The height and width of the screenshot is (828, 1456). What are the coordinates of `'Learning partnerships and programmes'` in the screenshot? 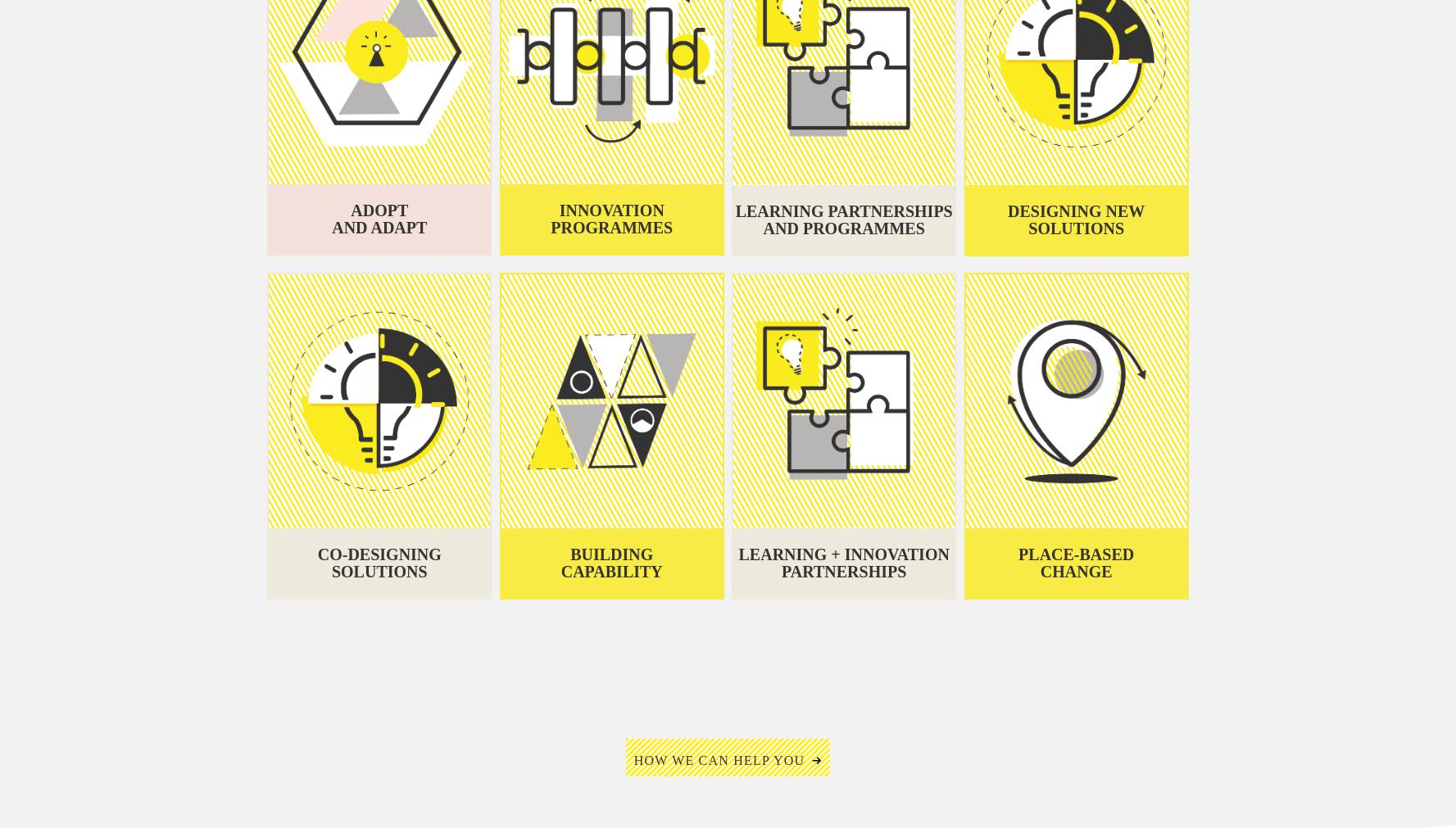 It's located at (843, 785).